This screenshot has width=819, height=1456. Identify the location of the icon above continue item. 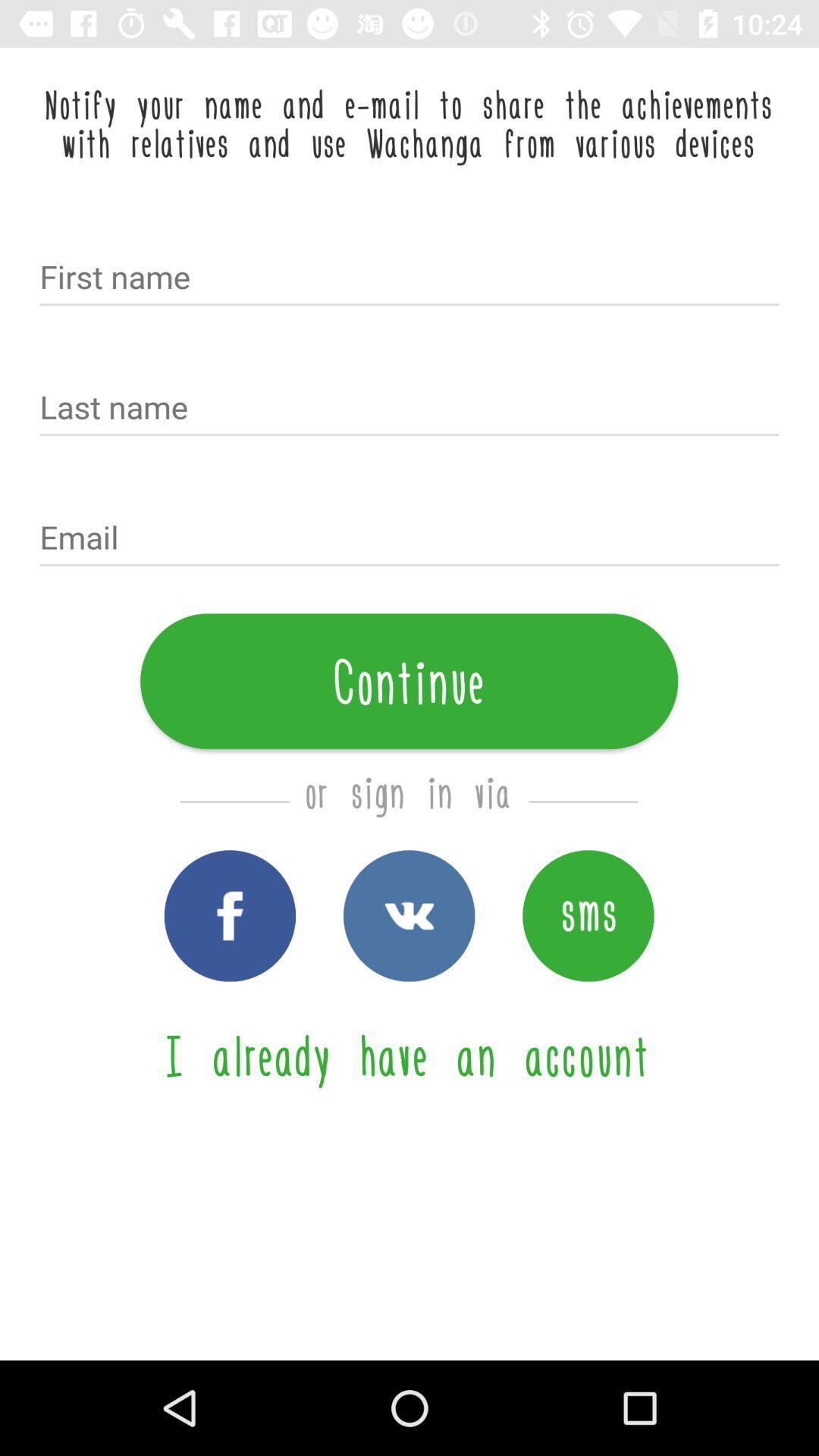
(409, 539).